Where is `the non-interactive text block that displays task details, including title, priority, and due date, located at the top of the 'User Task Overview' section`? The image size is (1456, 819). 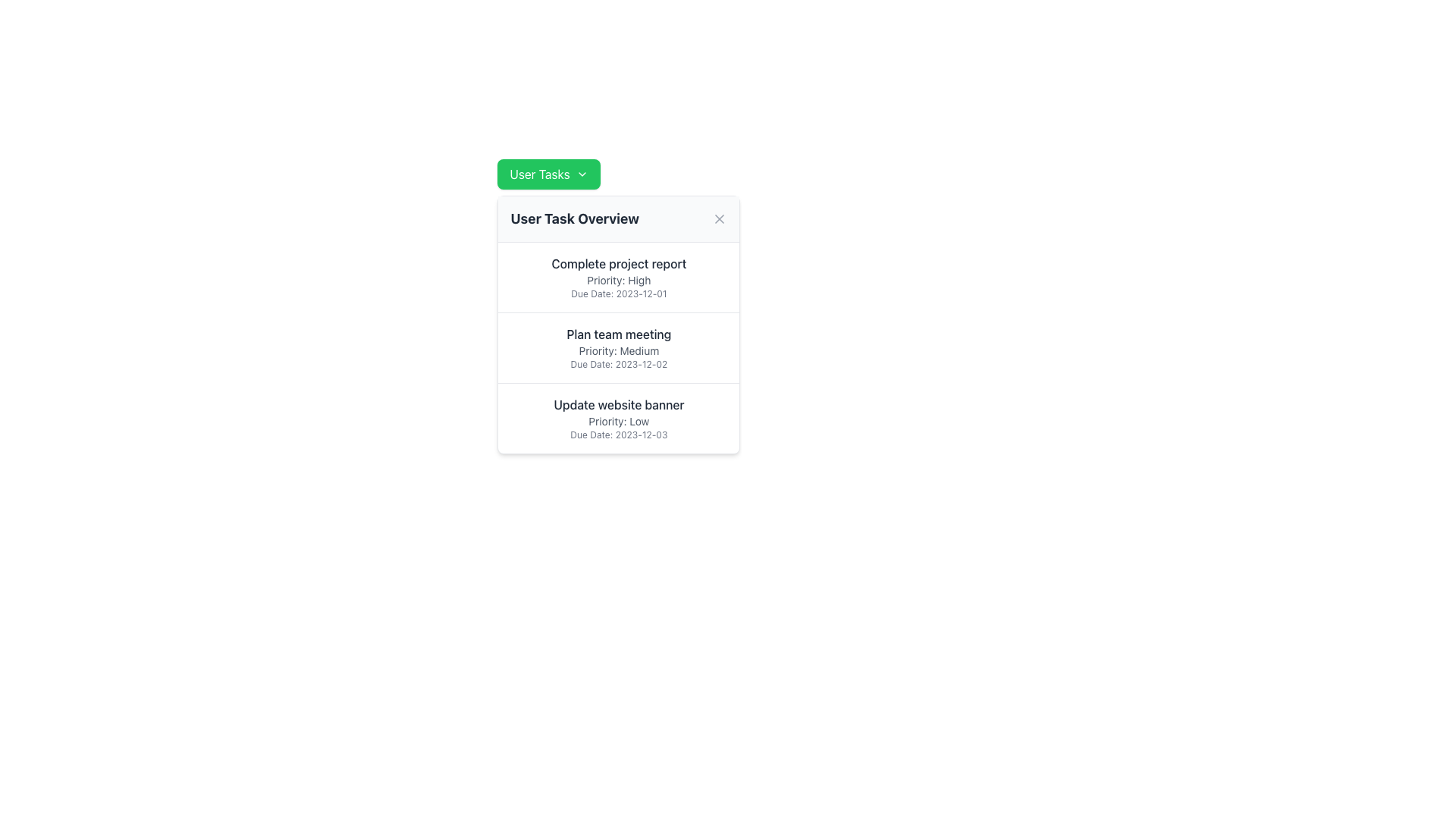
the non-interactive text block that displays task details, including title, priority, and due date, located at the top of the 'User Task Overview' section is located at coordinates (619, 278).